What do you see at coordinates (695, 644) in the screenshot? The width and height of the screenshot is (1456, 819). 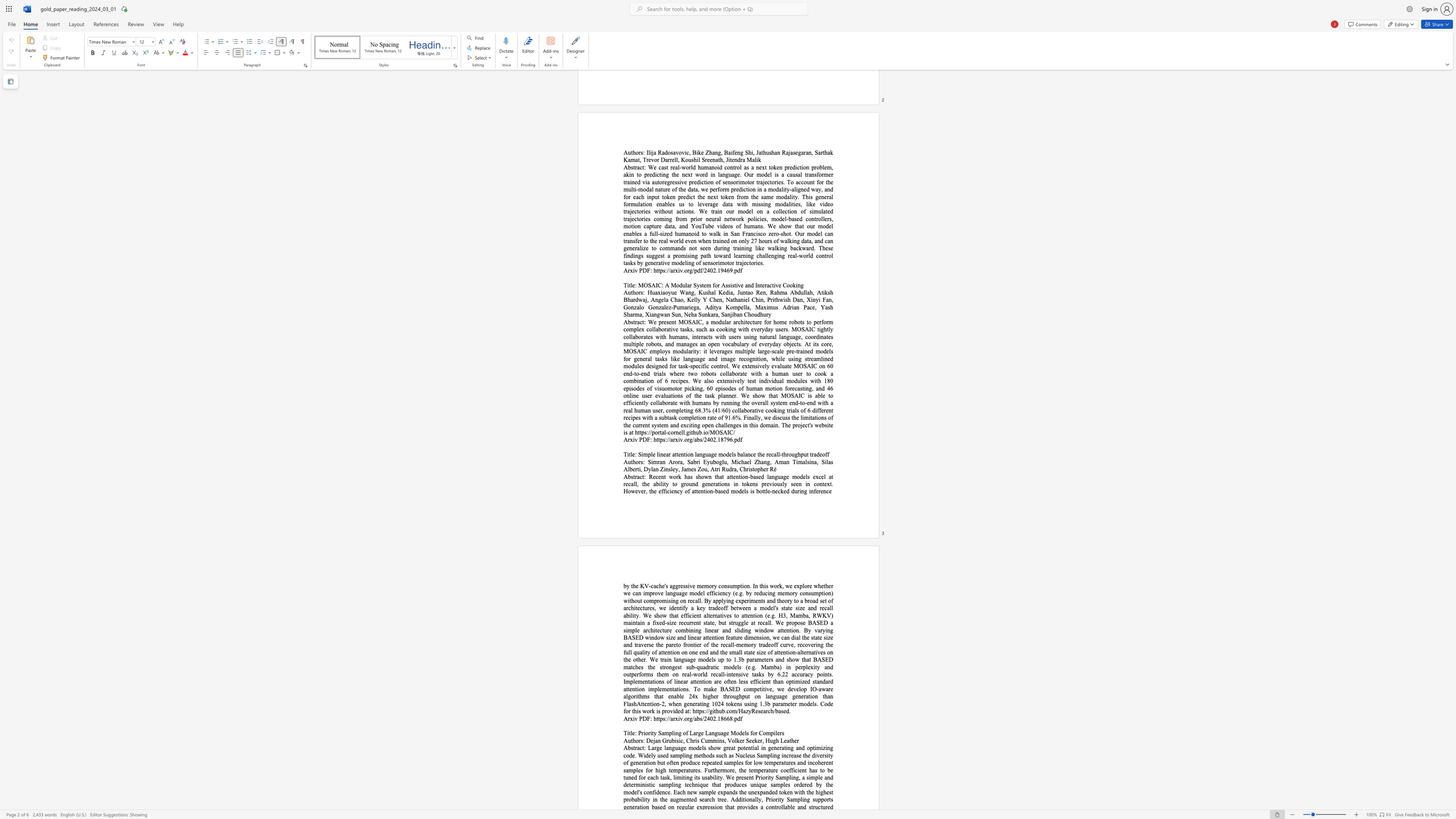 I see `the subset text "ier of the recall-memory tradeoff curve, recovering the full quality of attention" within the text "by the KV-cache"` at bounding box center [695, 644].